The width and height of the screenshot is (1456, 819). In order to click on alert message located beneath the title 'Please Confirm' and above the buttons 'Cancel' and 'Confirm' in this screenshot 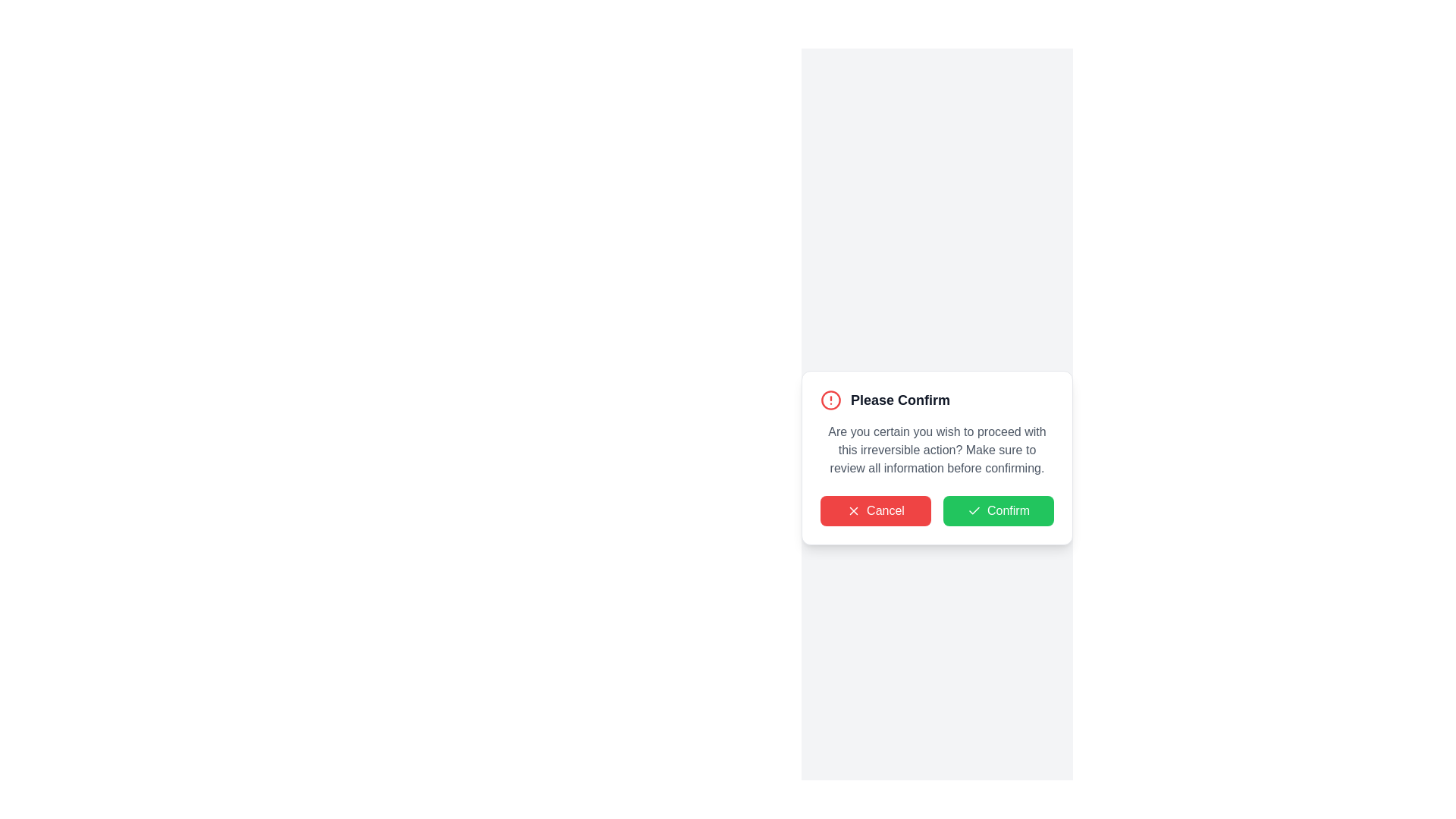, I will do `click(937, 450)`.